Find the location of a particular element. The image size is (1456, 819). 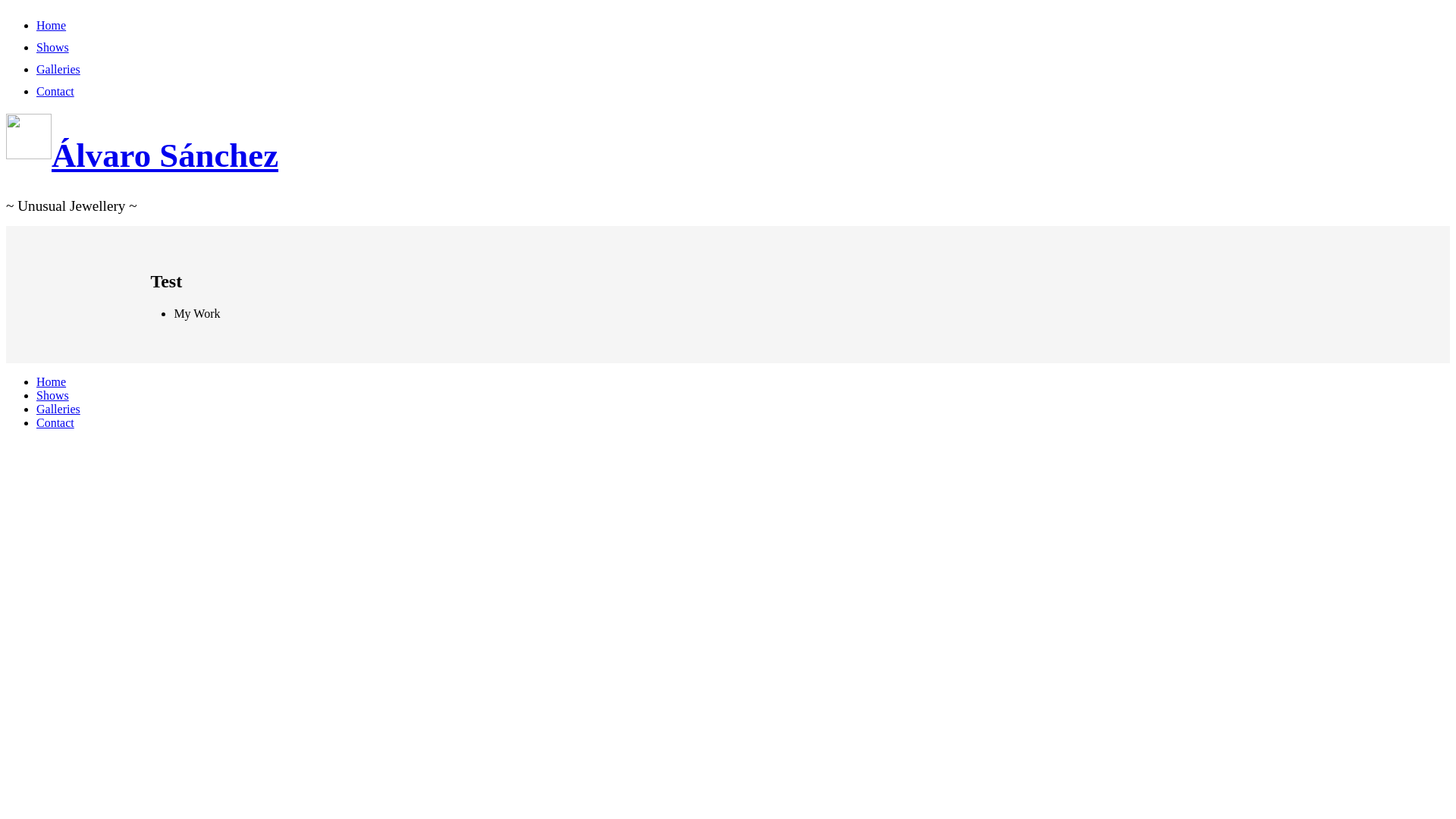

'Home' is located at coordinates (51, 381).